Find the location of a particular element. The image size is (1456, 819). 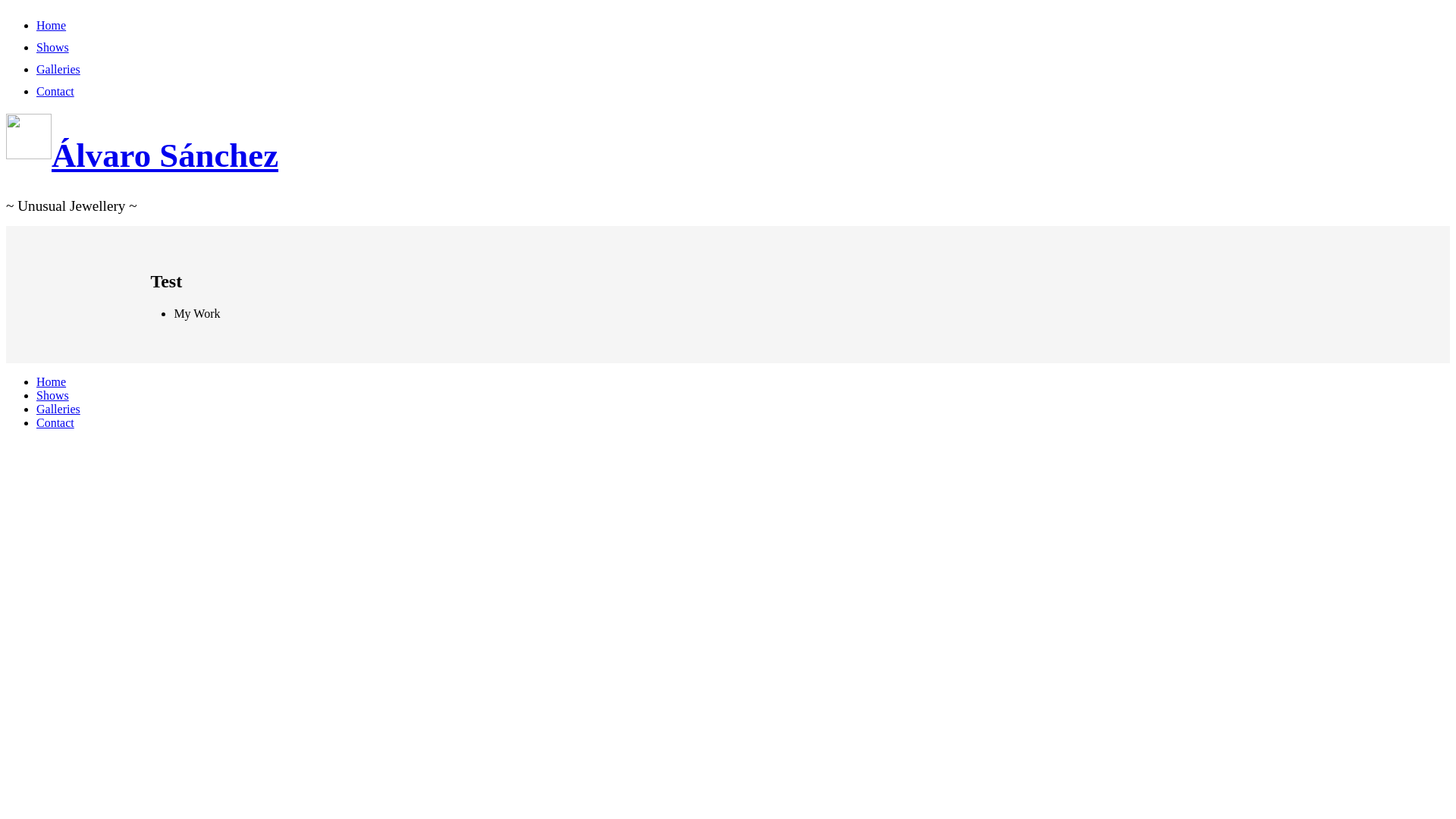

'Home' is located at coordinates (51, 381).